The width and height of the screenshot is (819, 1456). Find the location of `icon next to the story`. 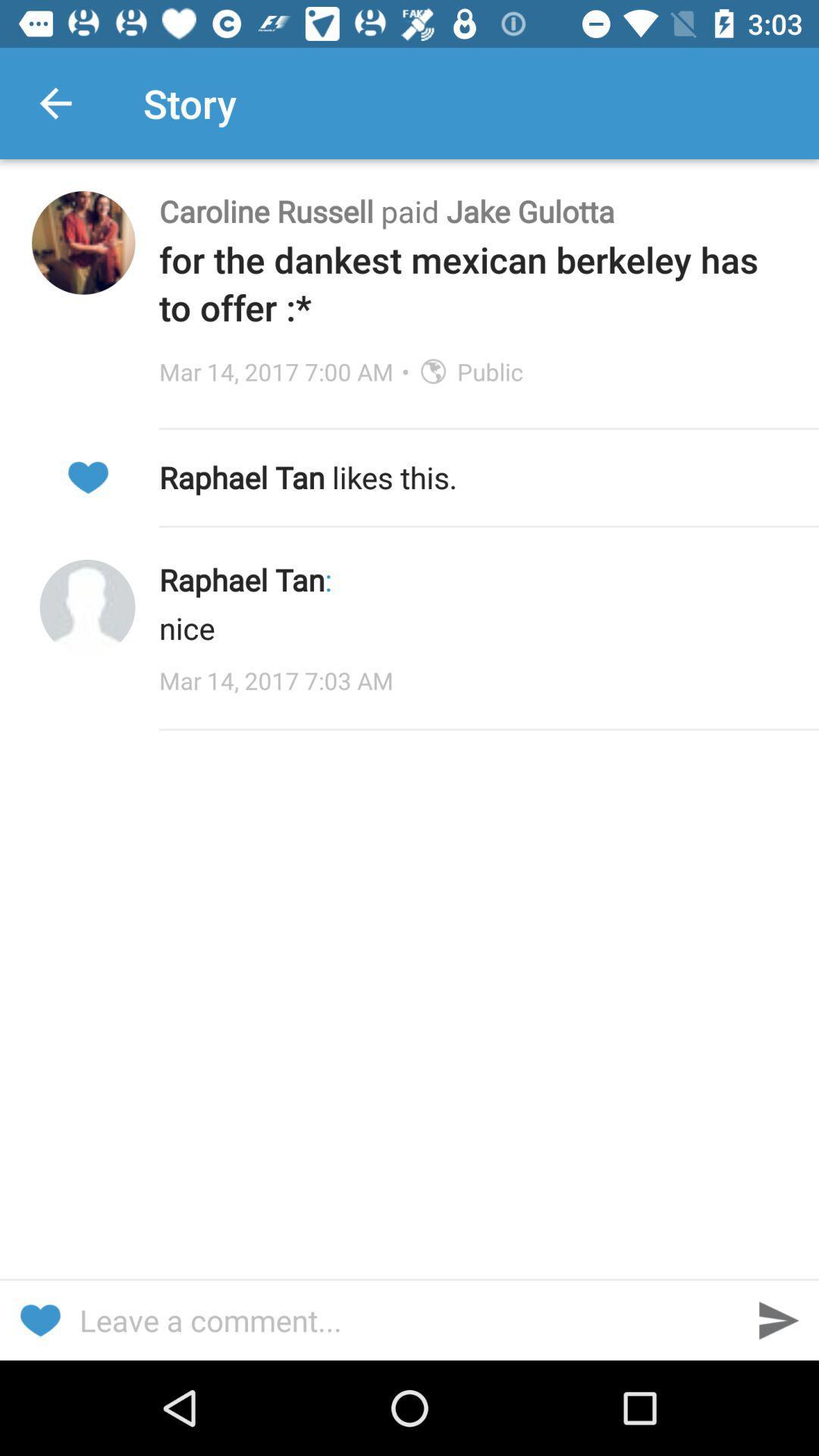

icon next to the story is located at coordinates (55, 102).